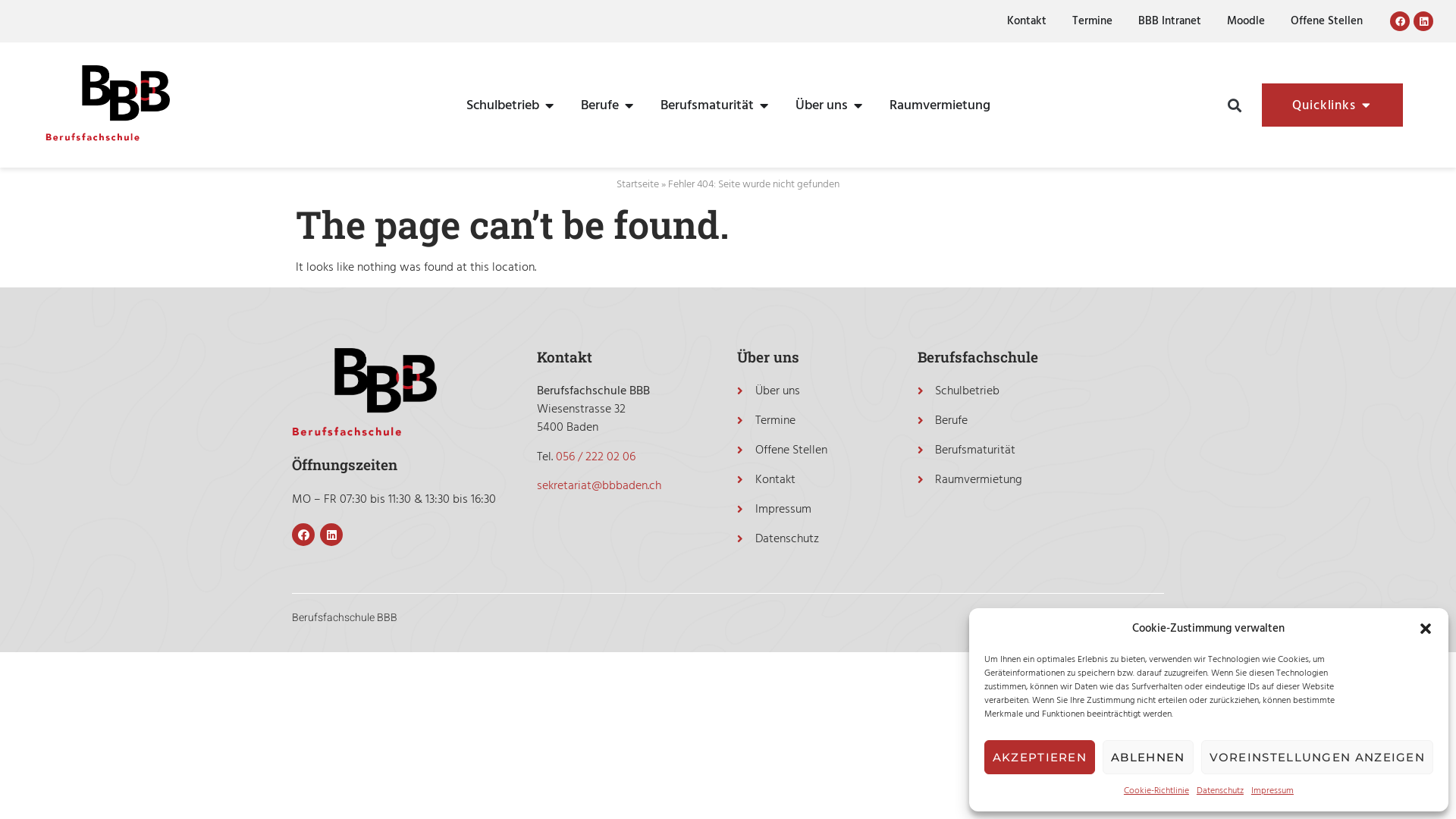 This screenshot has height=819, width=1456. What do you see at coordinates (826, 537) in the screenshot?
I see `'Datenschutz'` at bounding box center [826, 537].